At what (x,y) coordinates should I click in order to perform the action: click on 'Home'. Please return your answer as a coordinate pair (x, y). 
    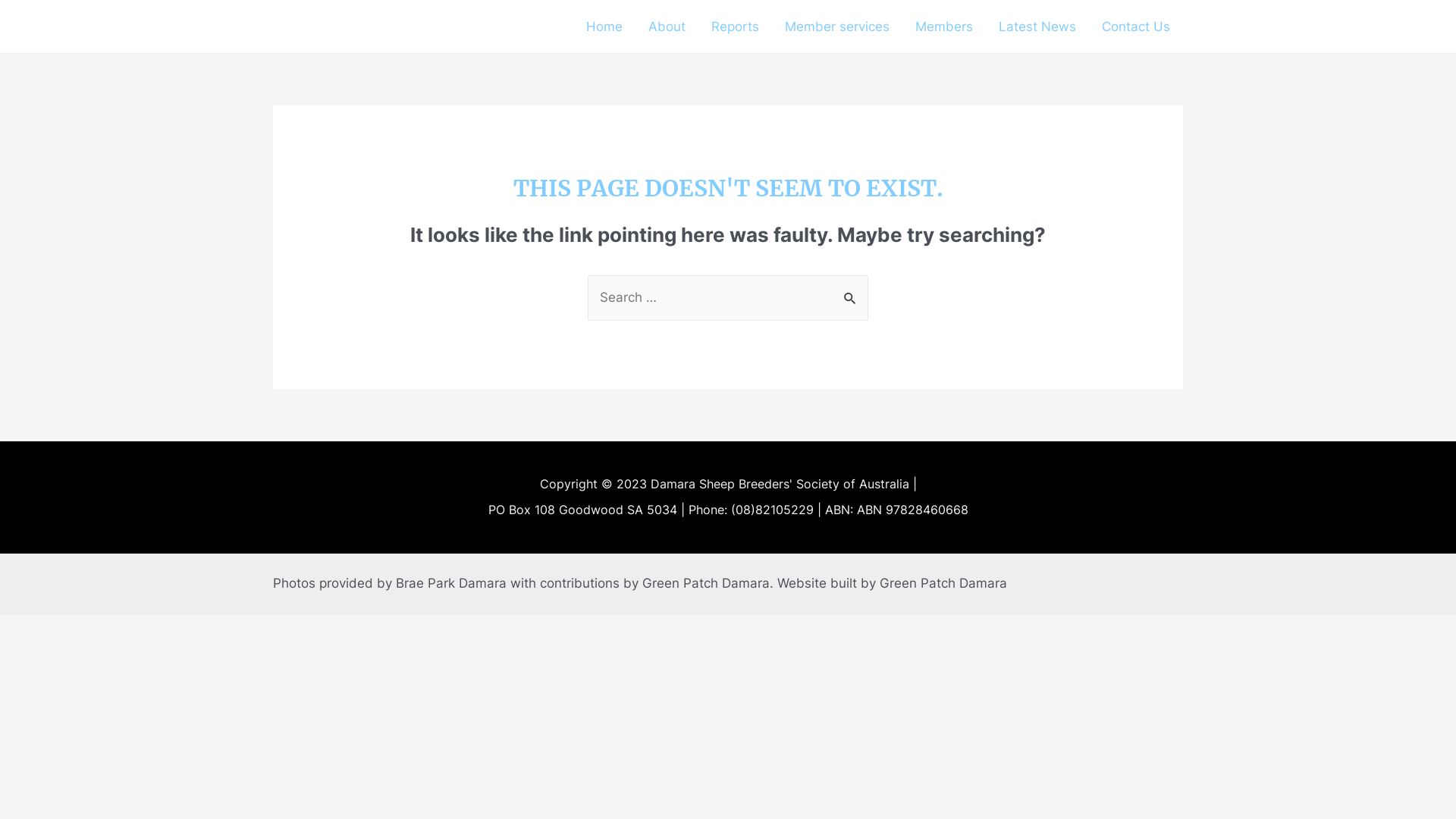
    Looking at the image, I should click on (603, 26).